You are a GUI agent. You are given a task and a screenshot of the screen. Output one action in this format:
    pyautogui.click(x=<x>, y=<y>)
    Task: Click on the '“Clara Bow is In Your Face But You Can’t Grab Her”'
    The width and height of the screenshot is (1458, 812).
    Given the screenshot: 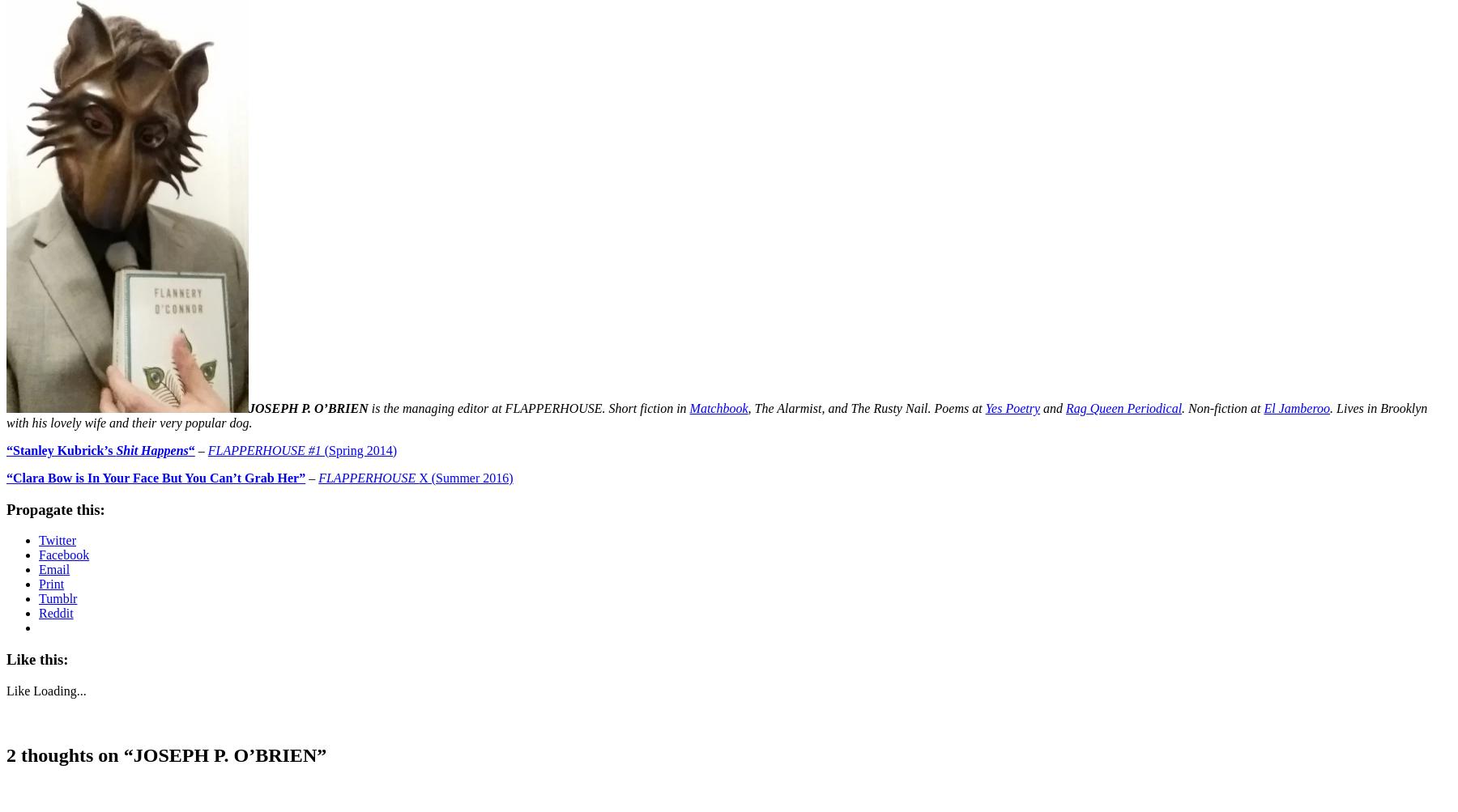 What is the action you would take?
    pyautogui.click(x=156, y=476)
    